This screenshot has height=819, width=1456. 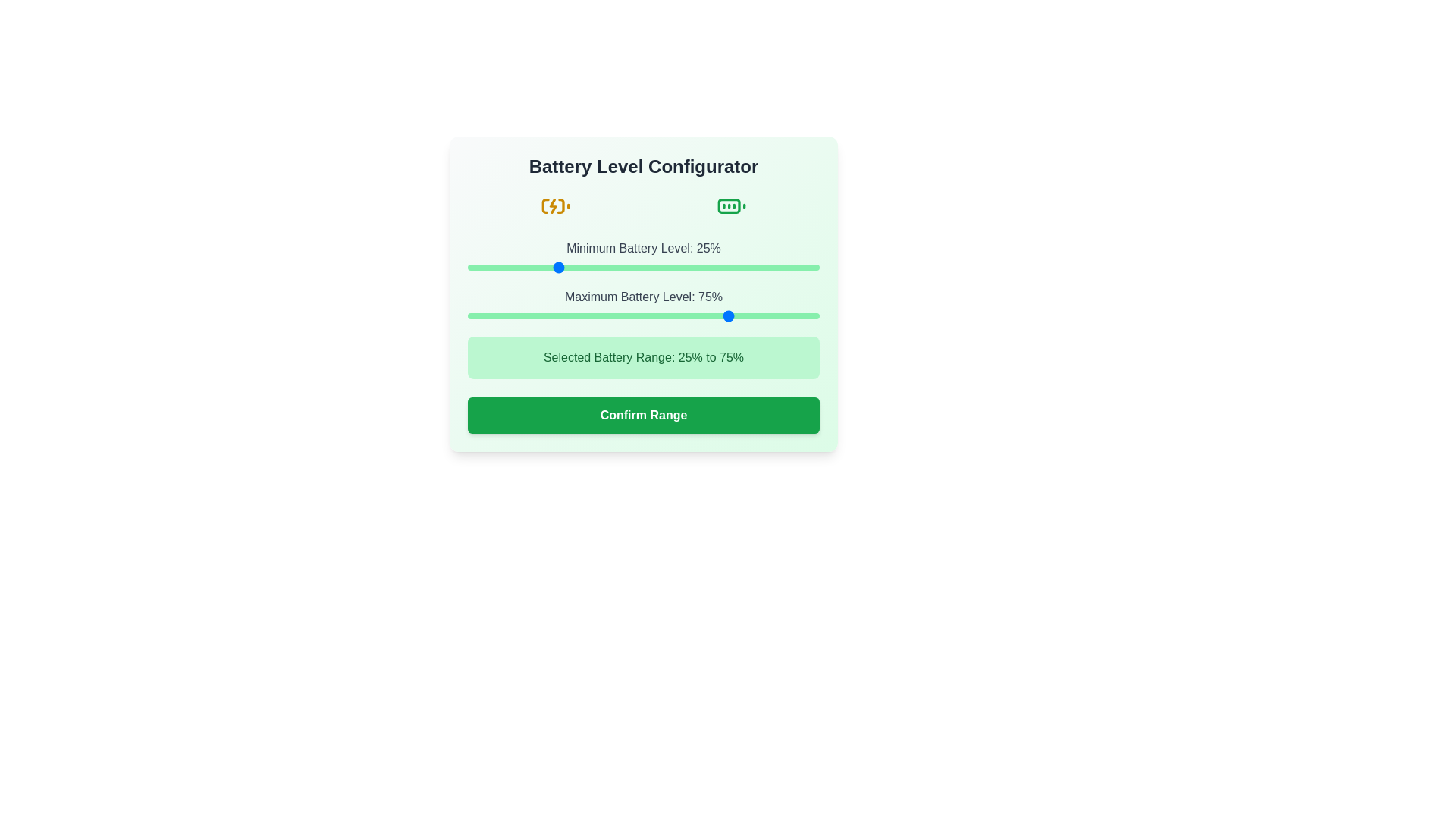 I want to click on the maximum battery level, so click(x=770, y=315).